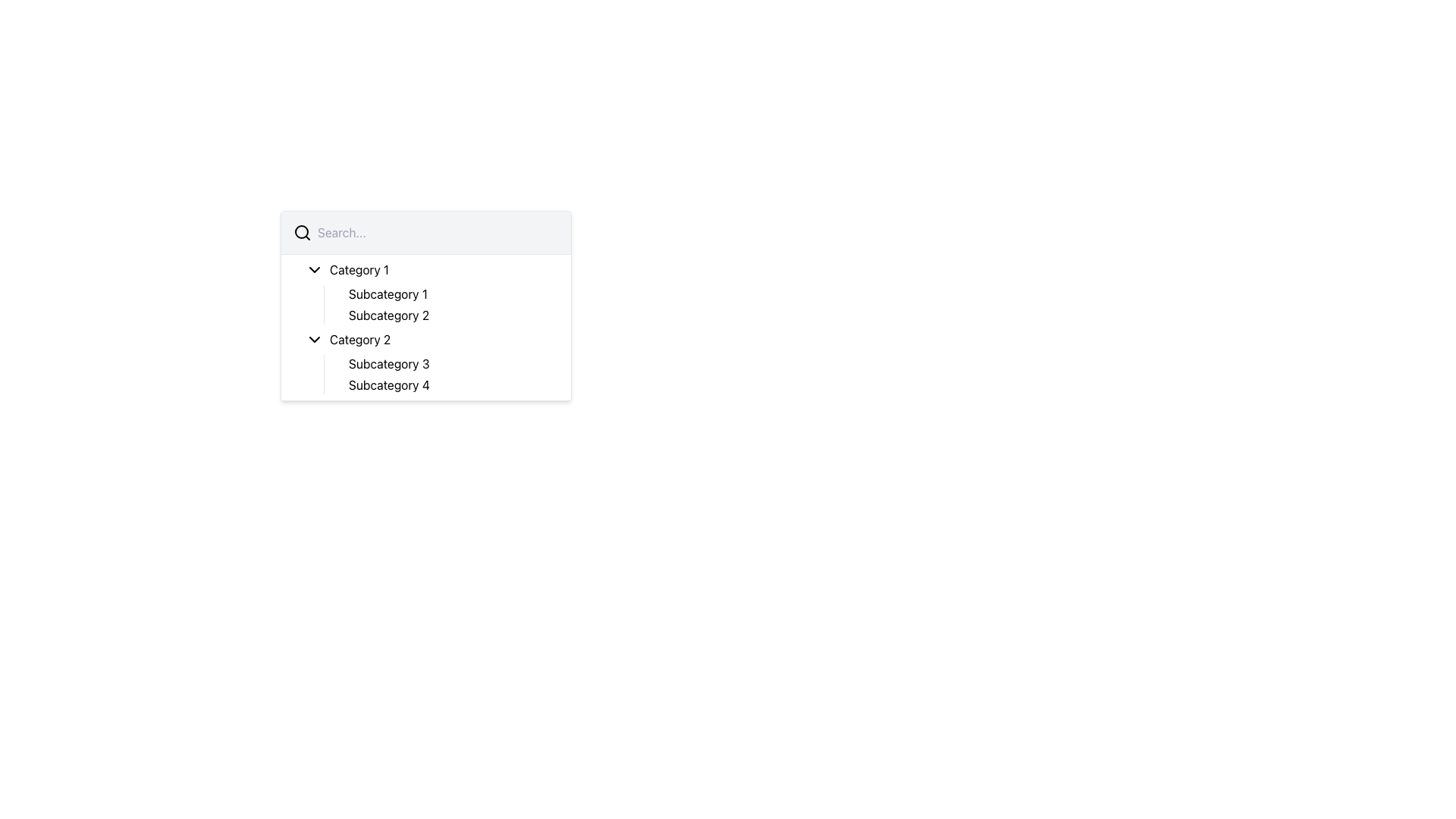  I want to click on the text label displaying 'Subcategory 4', which is styled in black font on a white background and has a small circular red bullet adjacent to it, so click(453, 384).